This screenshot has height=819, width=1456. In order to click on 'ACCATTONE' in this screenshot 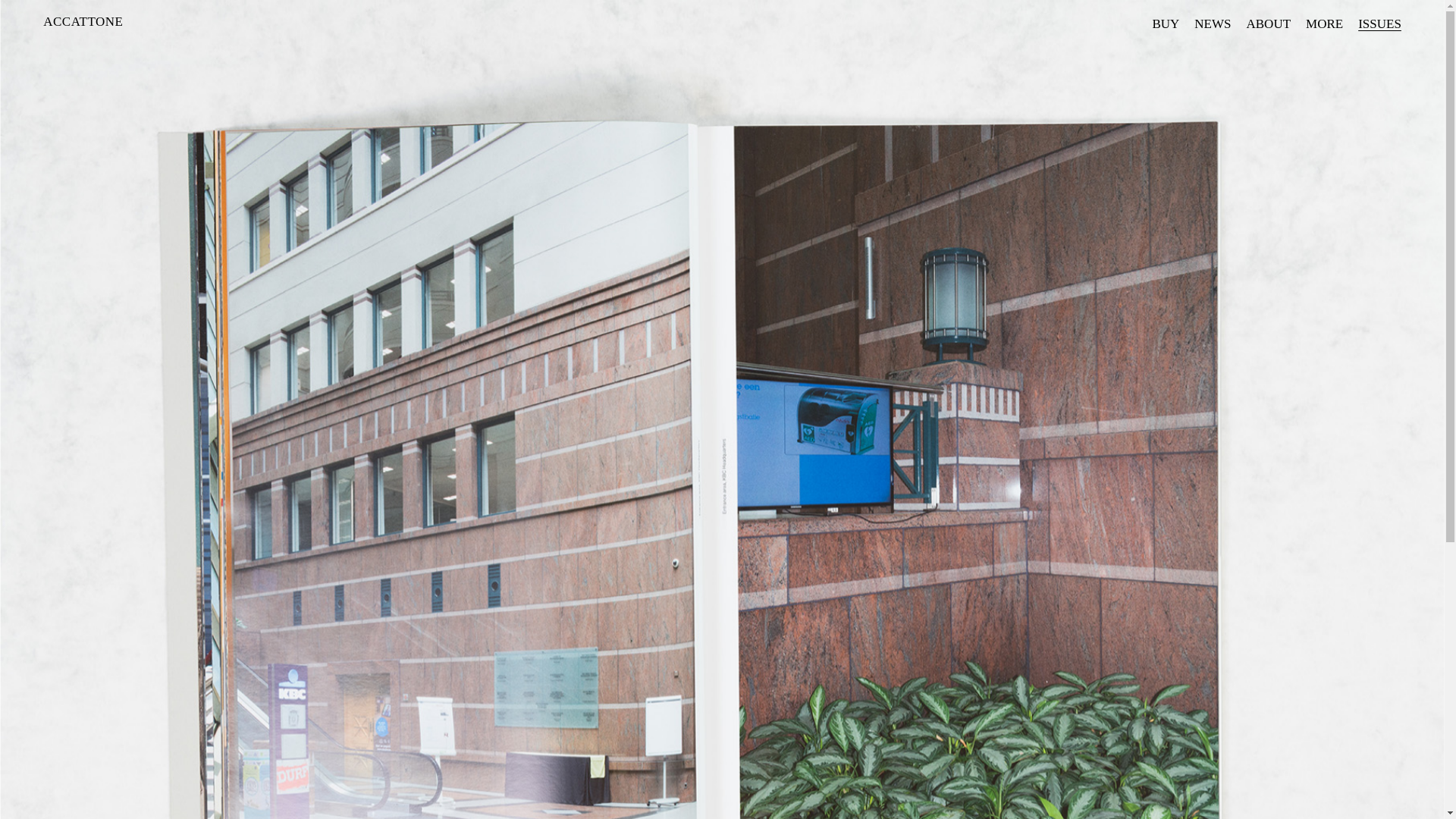, I will do `click(82, 21)`.